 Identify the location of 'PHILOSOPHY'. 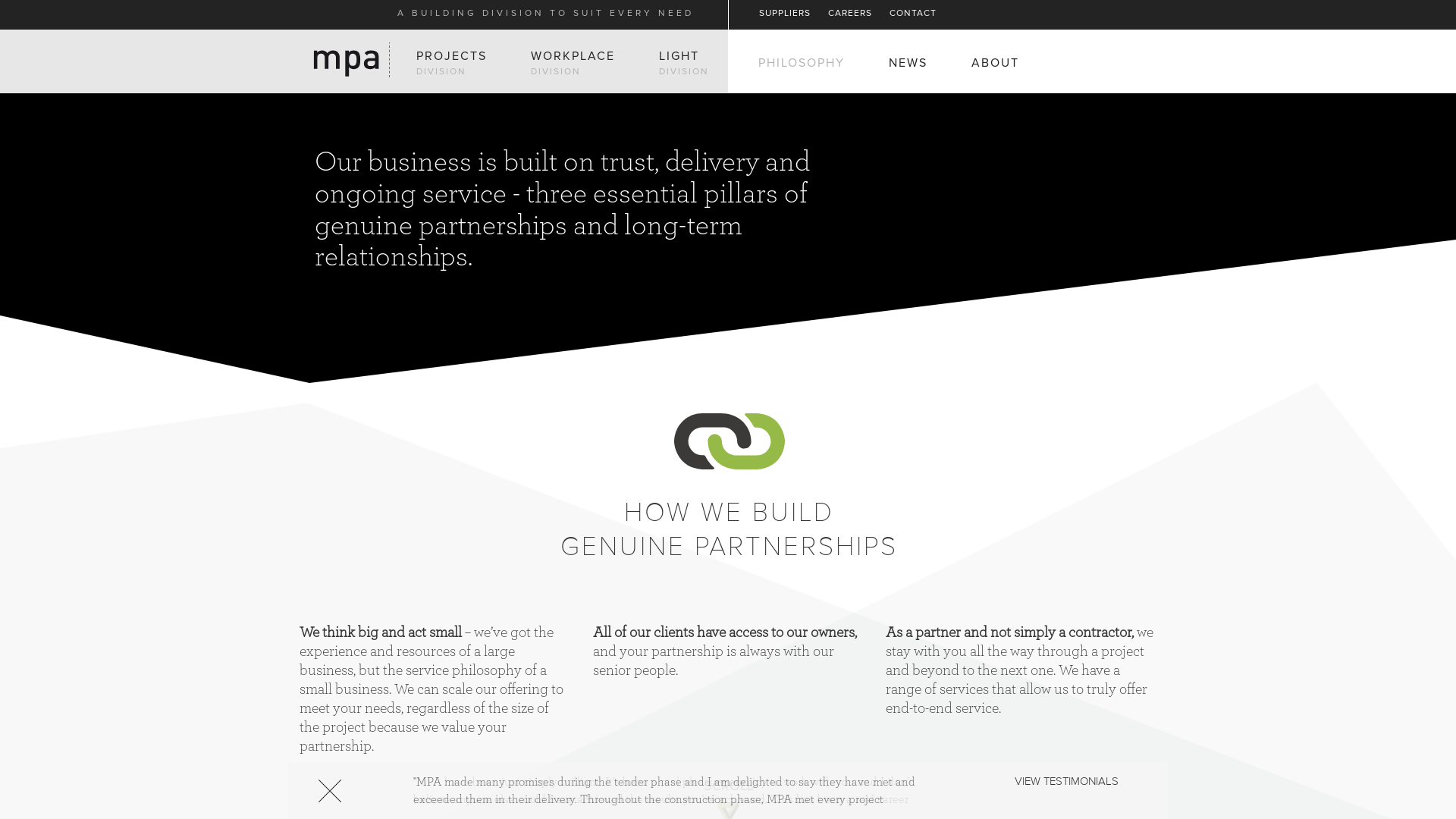
(758, 62).